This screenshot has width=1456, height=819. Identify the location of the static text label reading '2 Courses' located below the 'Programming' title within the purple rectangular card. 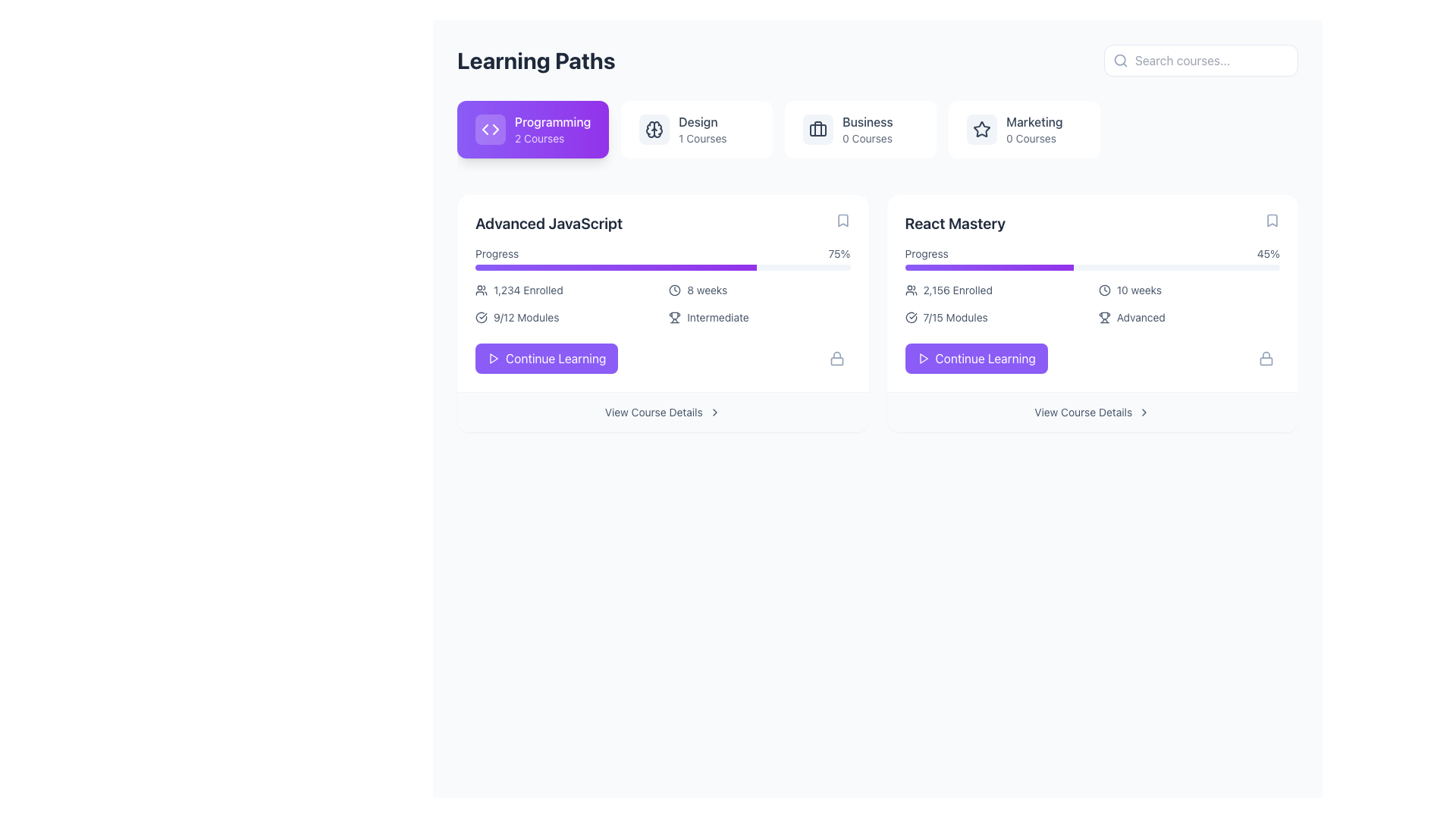
(552, 138).